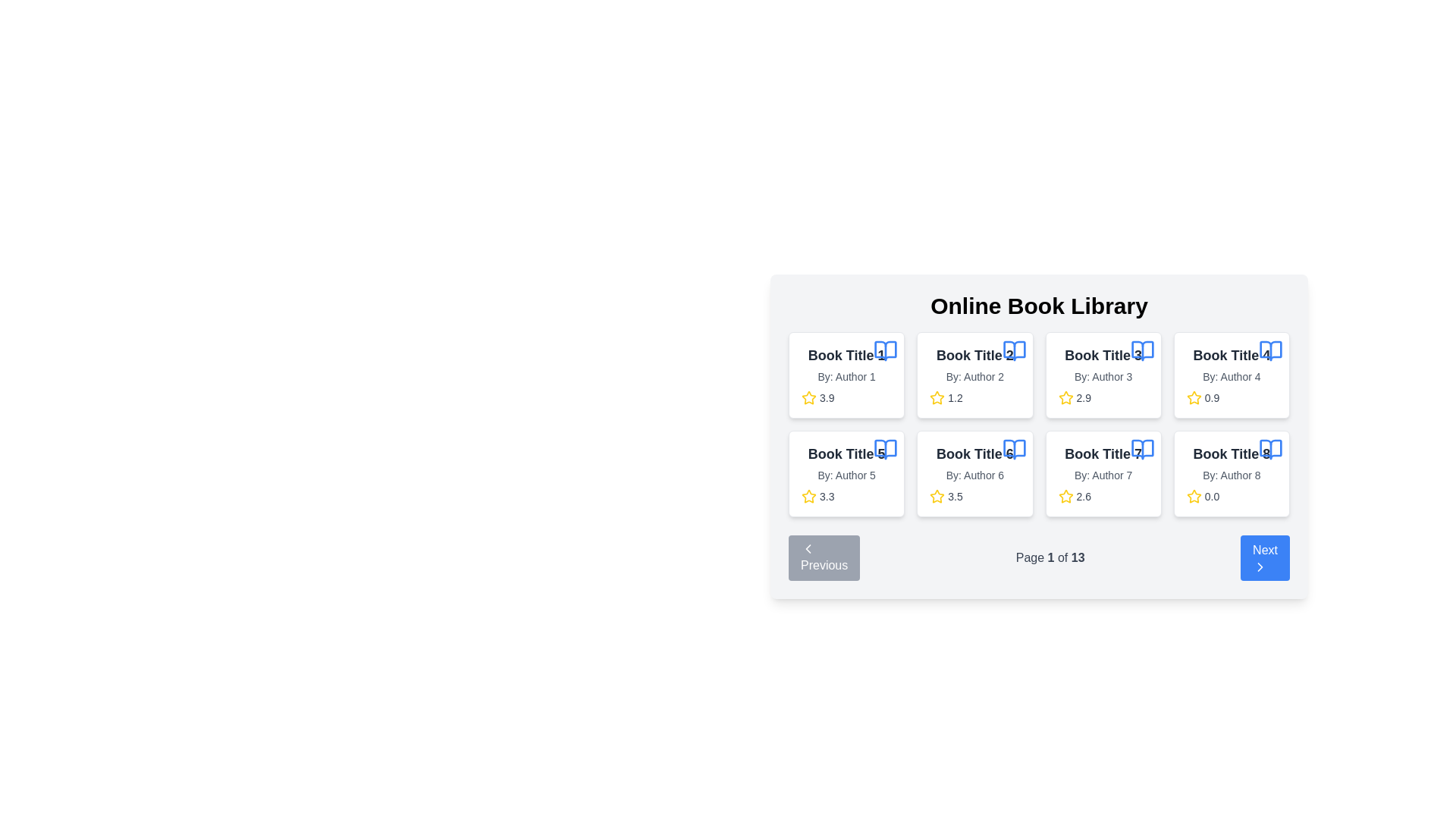  Describe the element at coordinates (974, 376) in the screenshot. I see `the text label 'By: Author 2' located beneath the book title 'Book Title 2' in the book card` at that location.